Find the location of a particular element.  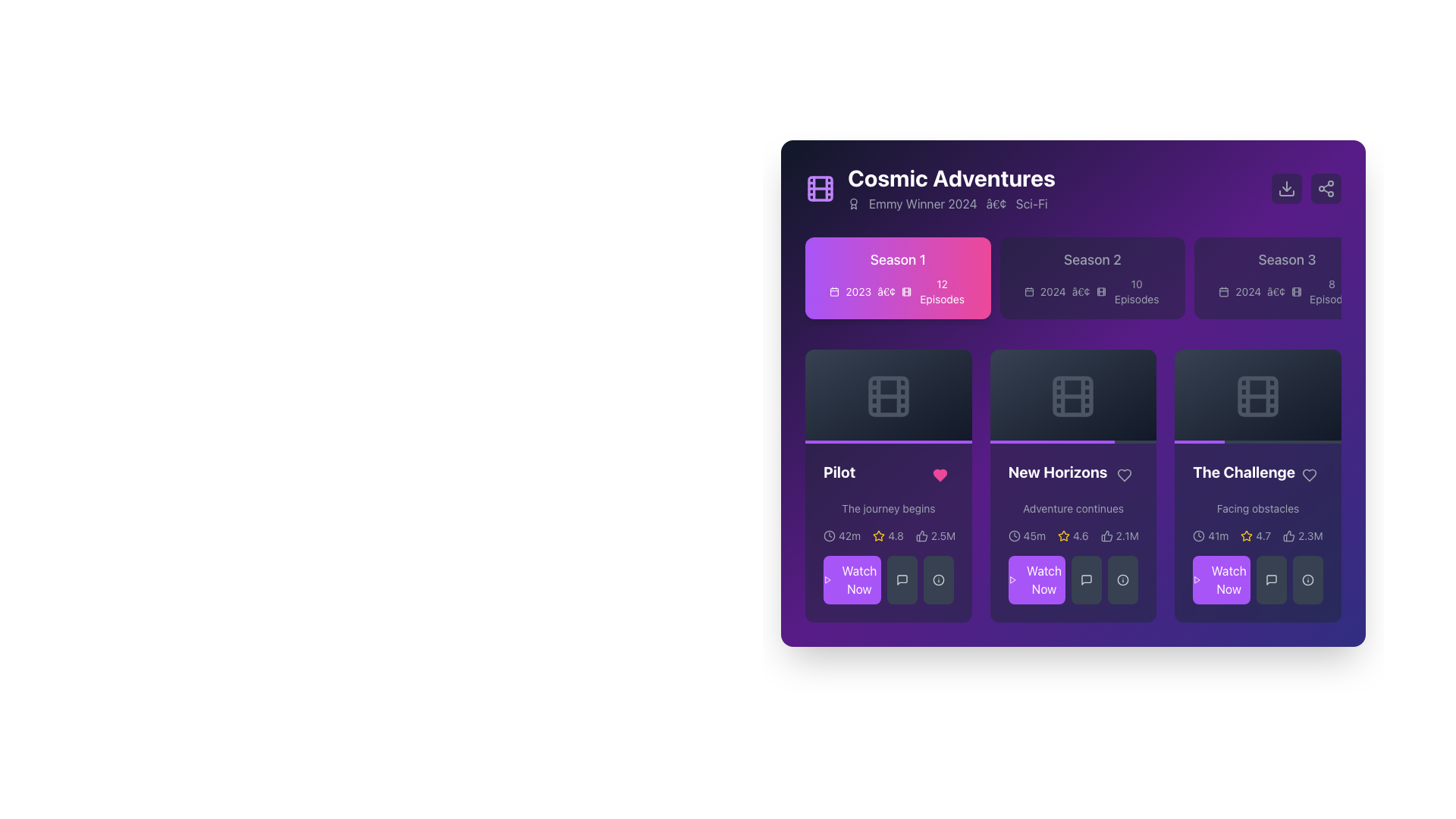

the icon that signifies the type of content in the rightmost card of the second row under the heading 'The Challenge' is located at coordinates (1258, 395).